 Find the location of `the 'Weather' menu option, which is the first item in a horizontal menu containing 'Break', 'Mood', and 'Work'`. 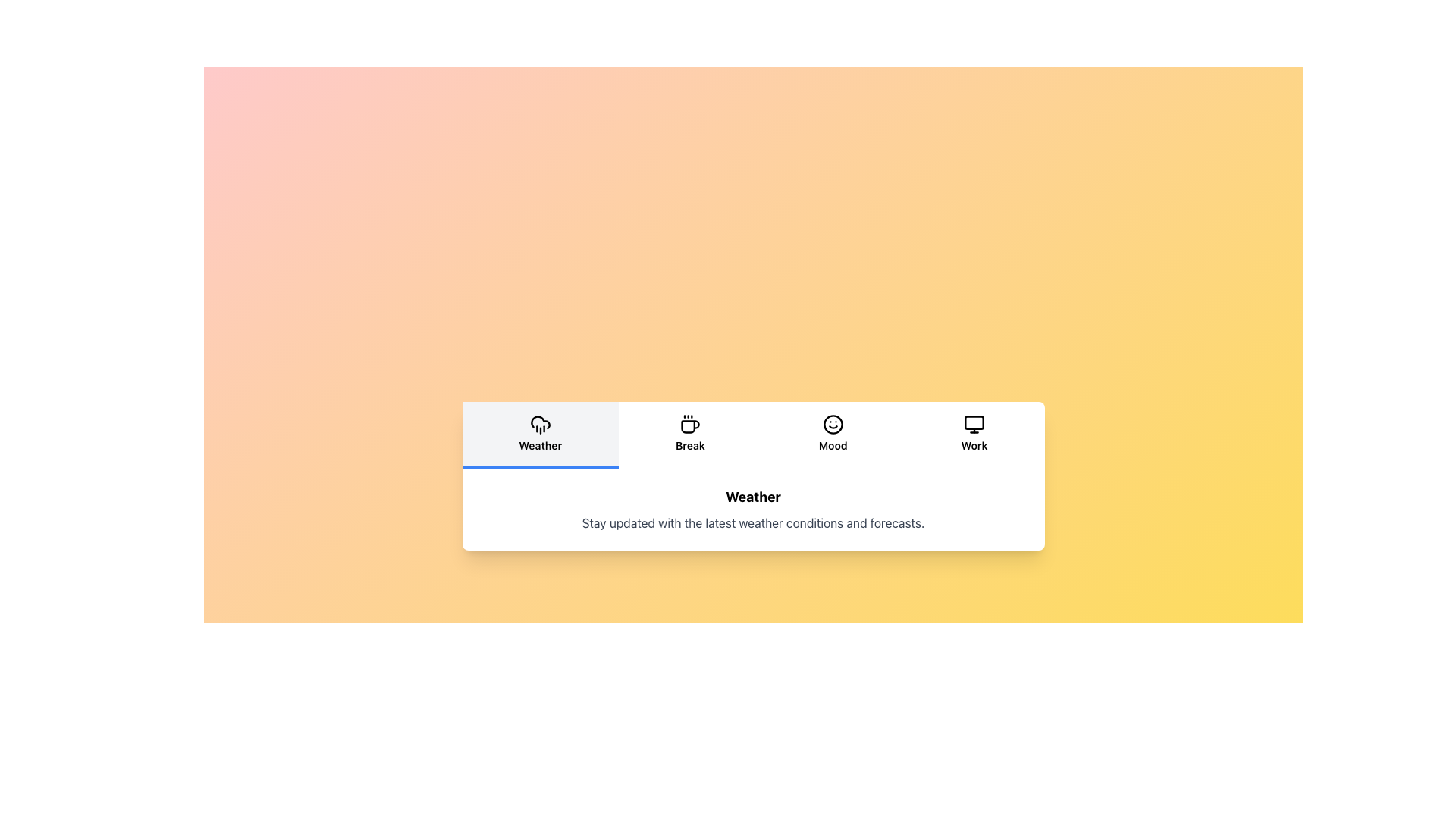

the 'Weather' menu option, which is the first item in a horizontal menu containing 'Break', 'Mood', and 'Work' is located at coordinates (540, 433).